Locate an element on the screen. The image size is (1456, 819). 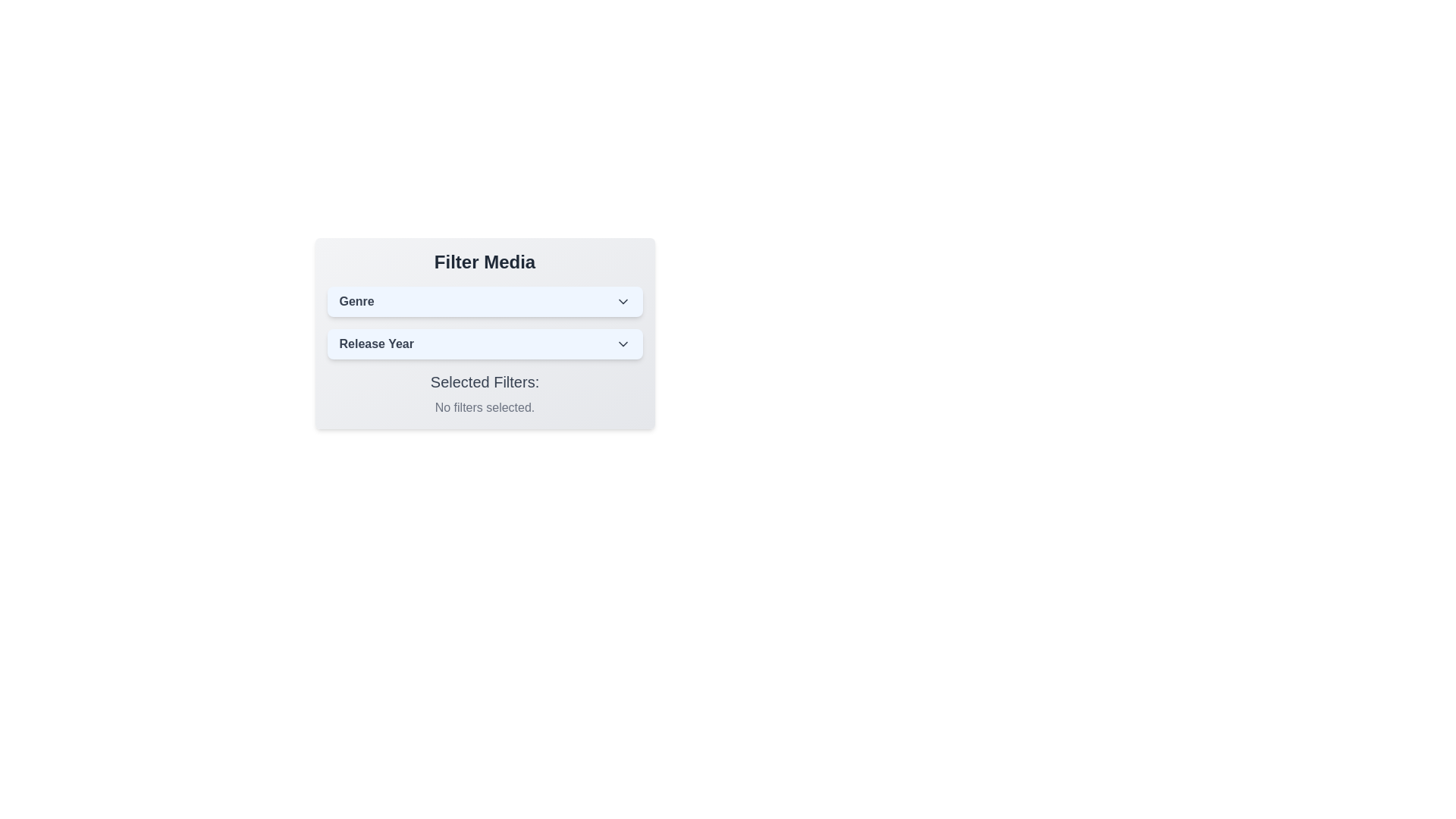
the dropdown menu located directly below the 'Filter Media' title is located at coordinates (484, 301).